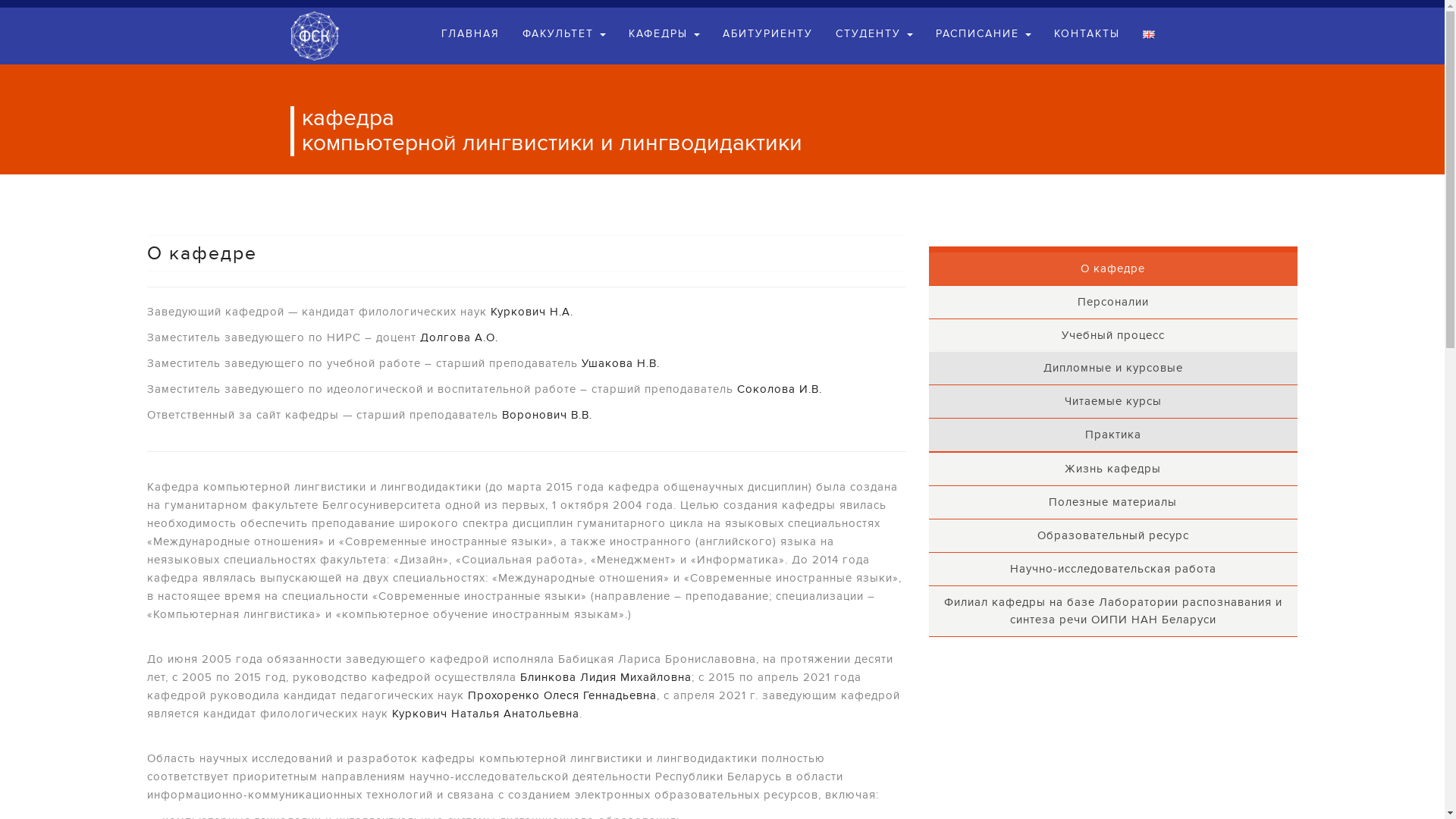  What do you see at coordinates (1147, 34) in the screenshot?
I see `'English'` at bounding box center [1147, 34].